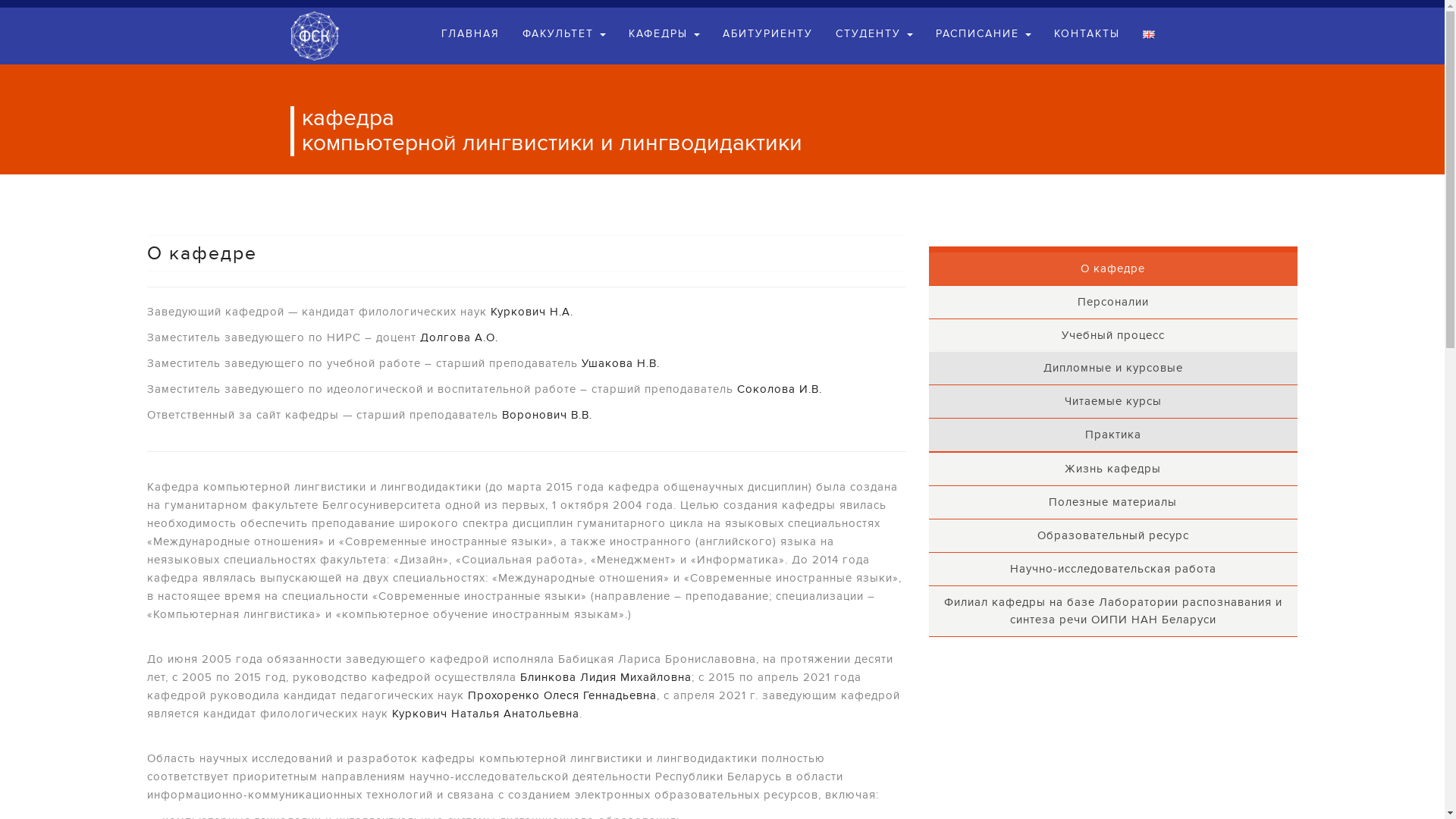  What do you see at coordinates (1147, 34) in the screenshot?
I see `'English'` at bounding box center [1147, 34].